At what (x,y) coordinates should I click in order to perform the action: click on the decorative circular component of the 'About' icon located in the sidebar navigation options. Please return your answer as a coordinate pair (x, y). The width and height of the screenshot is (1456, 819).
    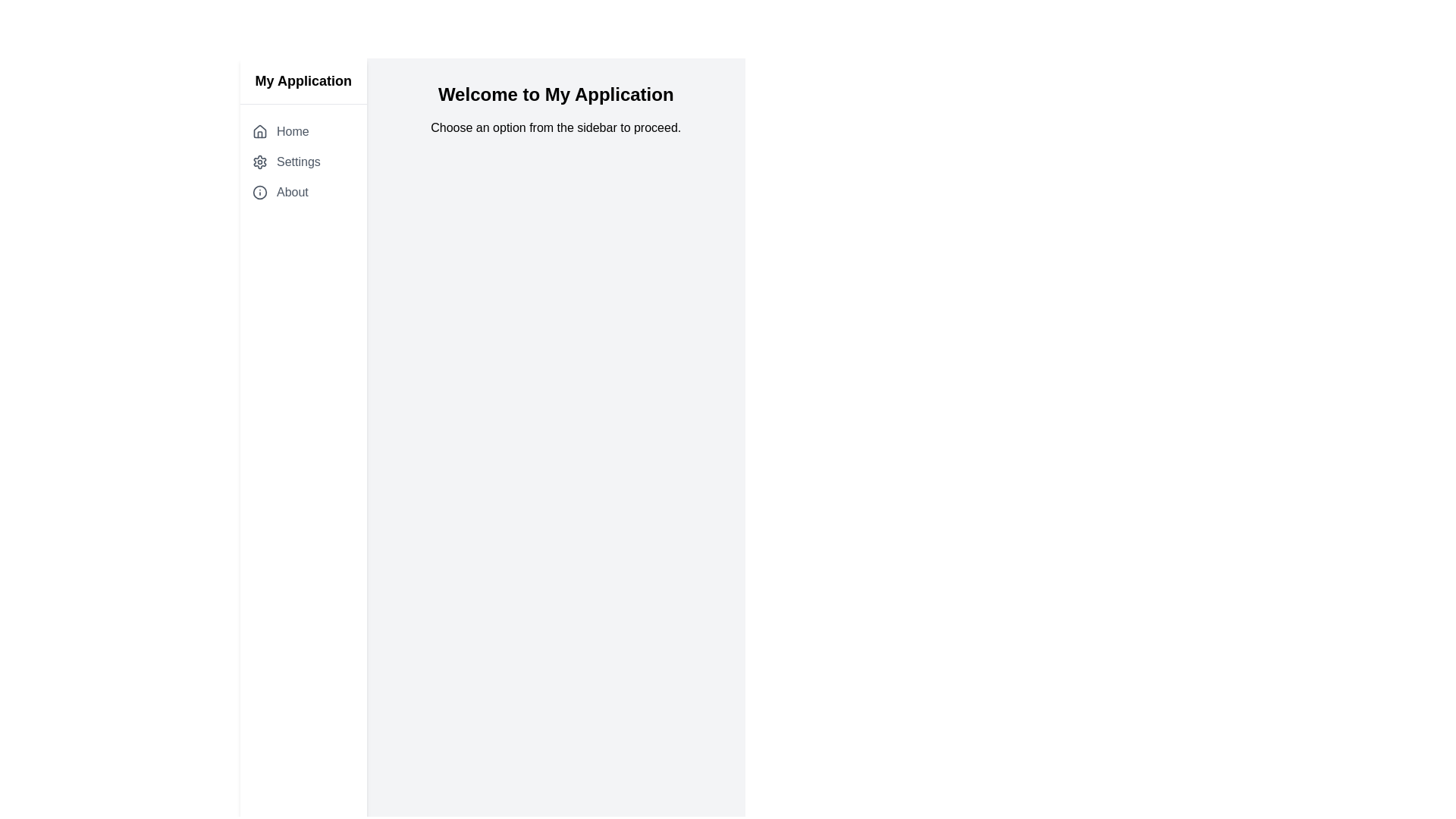
    Looking at the image, I should click on (259, 192).